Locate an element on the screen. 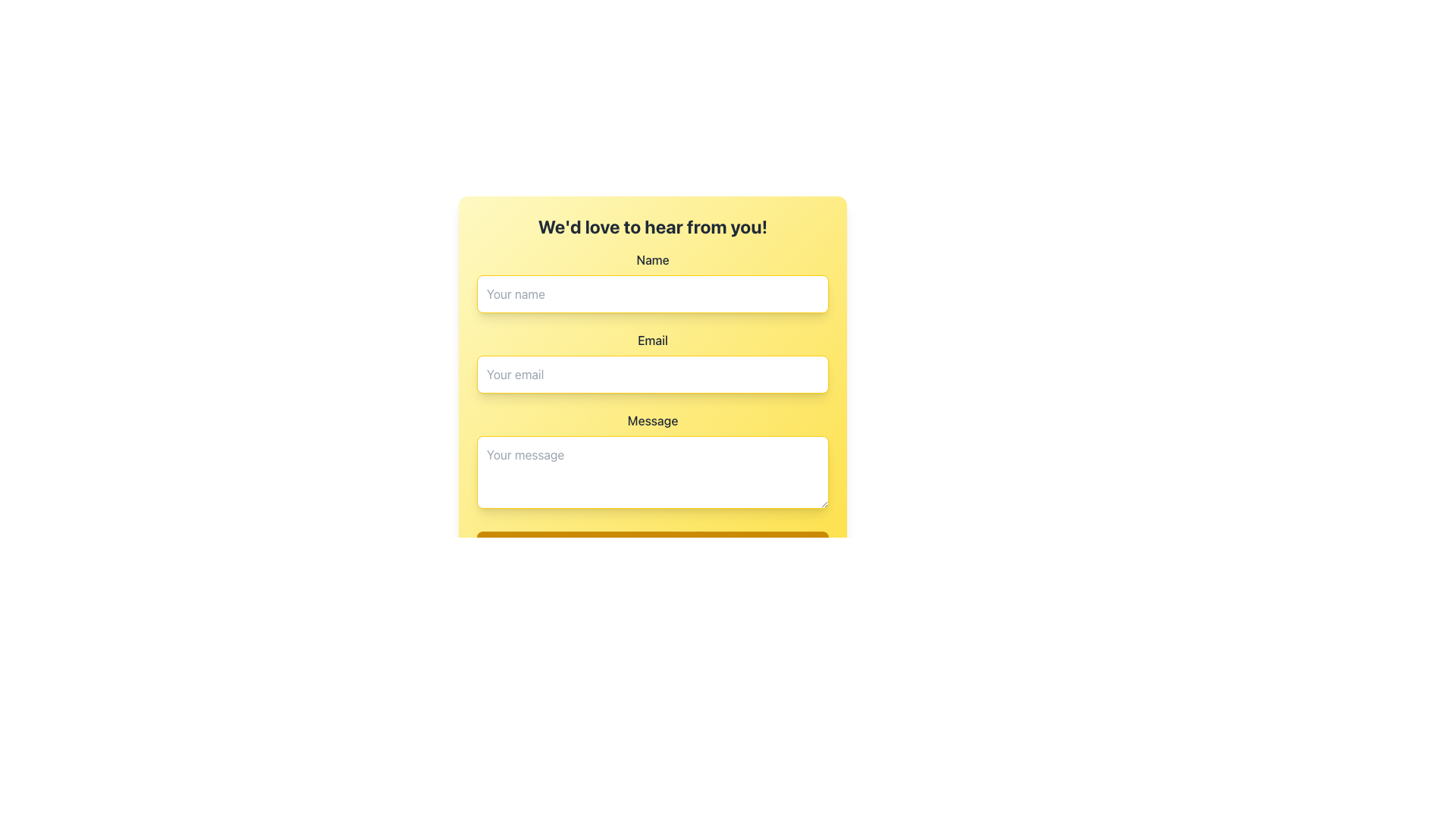 This screenshot has width=1456, height=819. the email input field, which is styled with a yellow border and rounded corners, containing the placeholder text 'Your email' is located at coordinates (652, 362).